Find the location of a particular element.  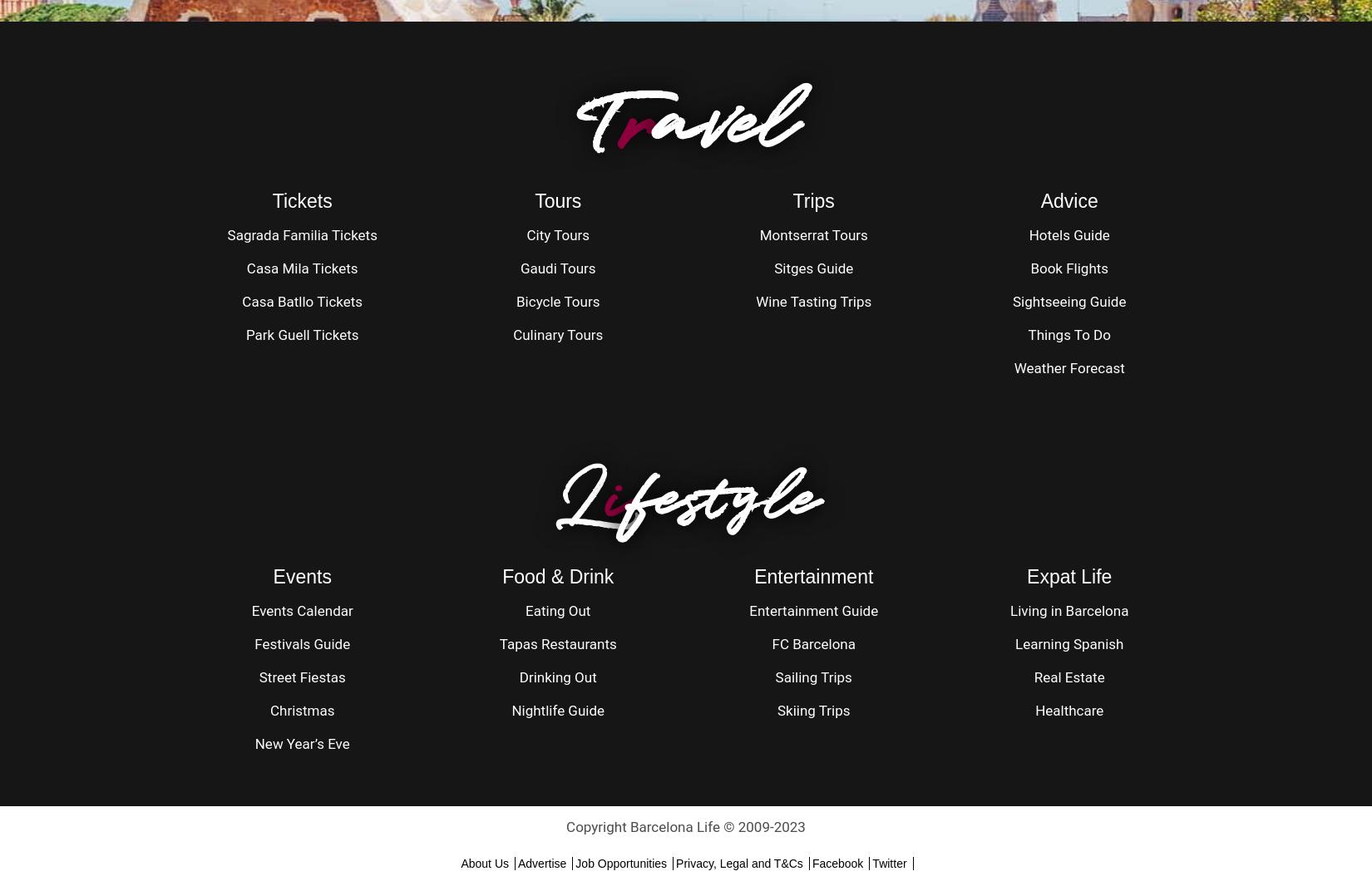

'festyle' is located at coordinates (629, 499).